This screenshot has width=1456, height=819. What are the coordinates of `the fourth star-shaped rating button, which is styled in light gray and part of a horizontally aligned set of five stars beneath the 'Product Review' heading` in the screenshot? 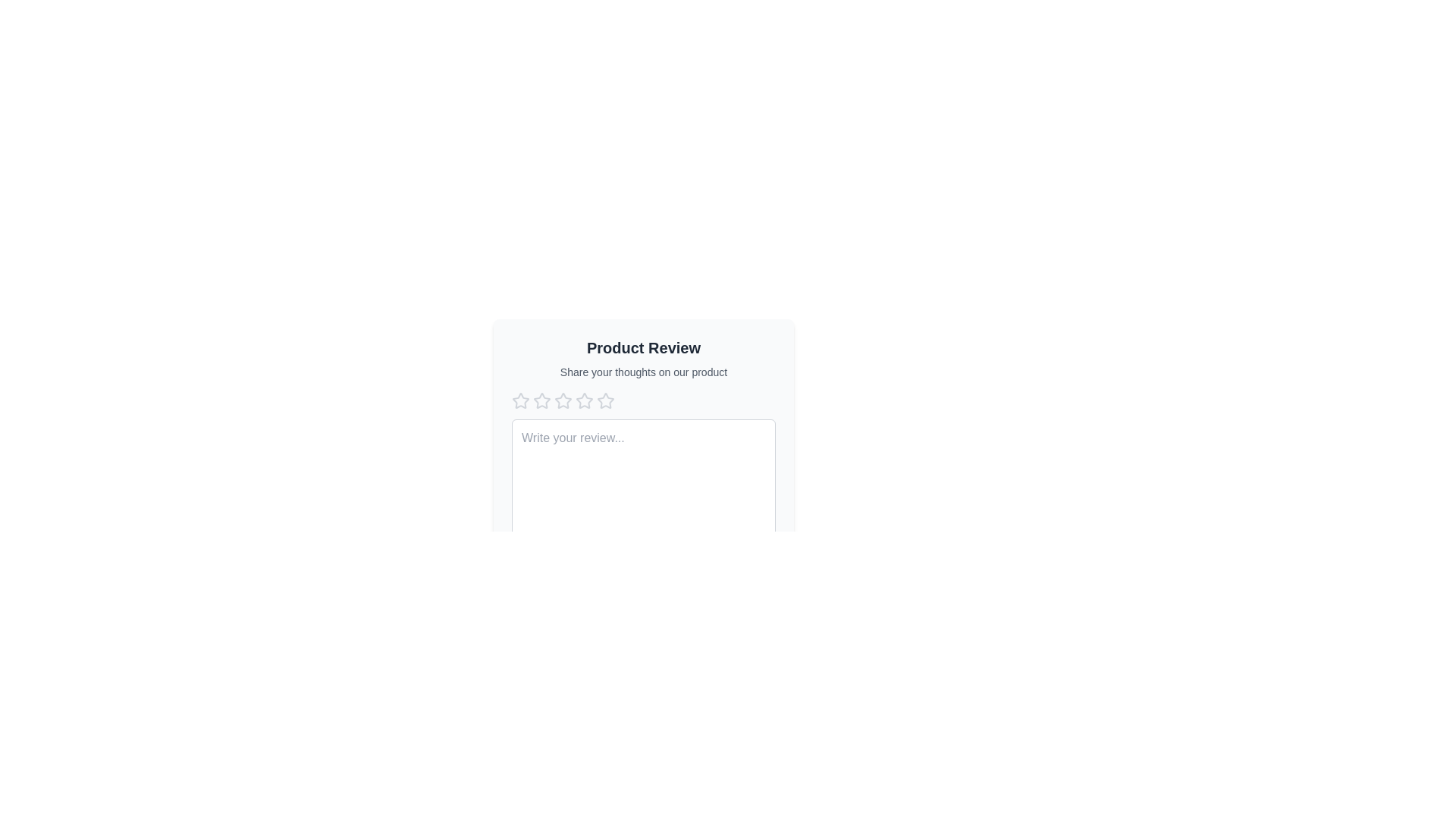 It's located at (584, 400).